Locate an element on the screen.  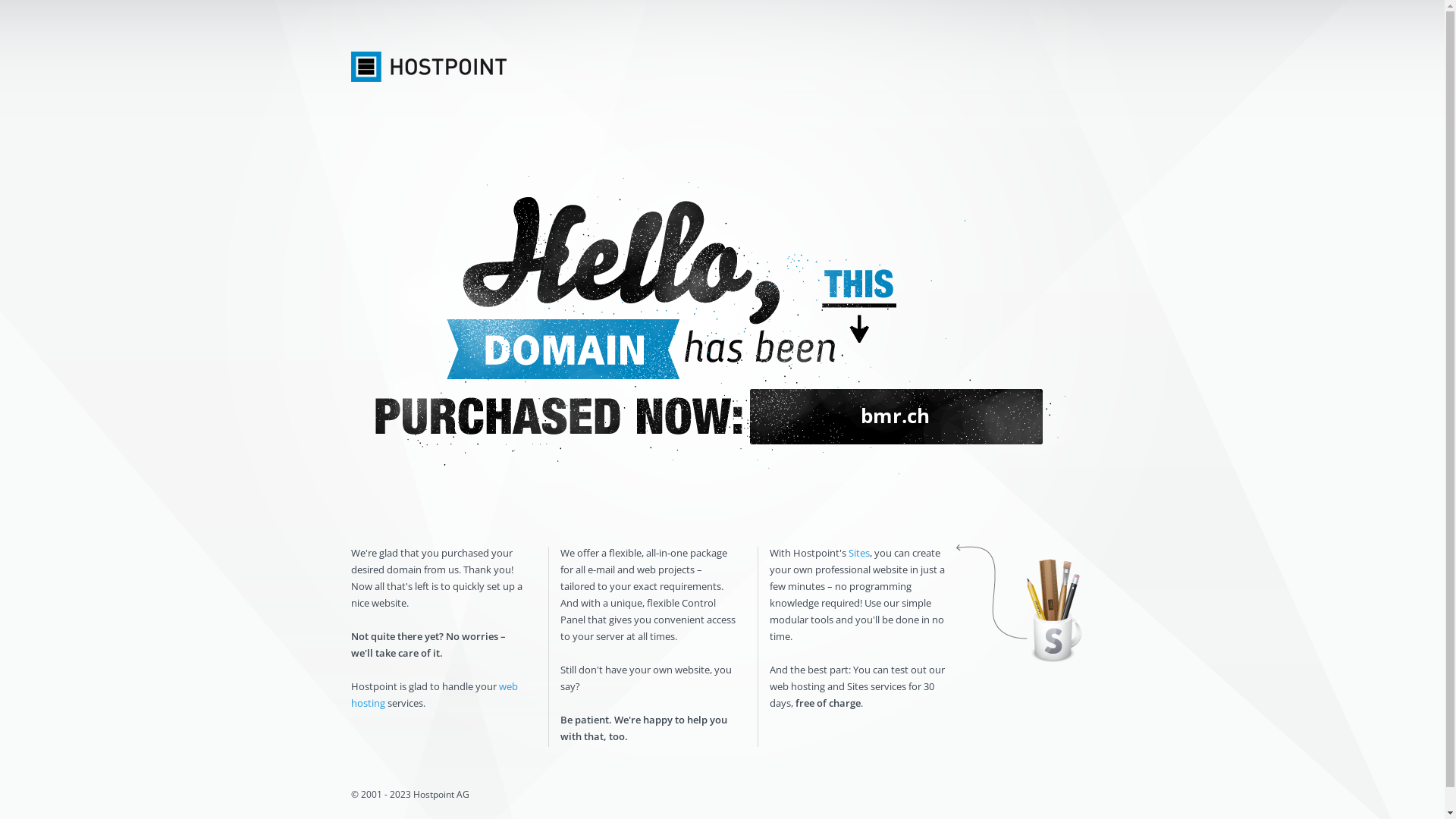
'Sites' is located at coordinates (858, 553).